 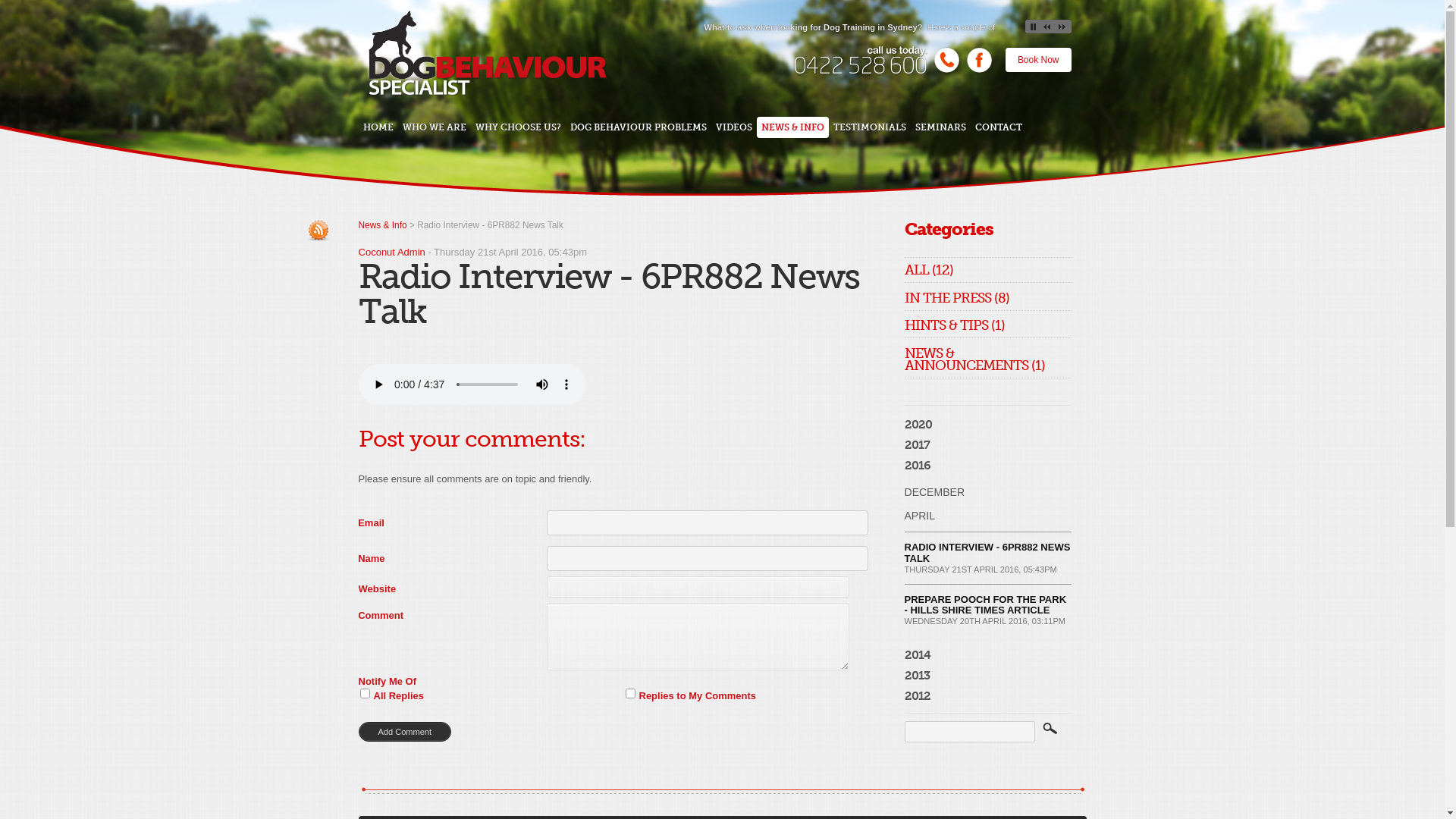 What do you see at coordinates (1050, 731) in the screenshot?
I see `'Search'` at bounding box center [1050, 731].